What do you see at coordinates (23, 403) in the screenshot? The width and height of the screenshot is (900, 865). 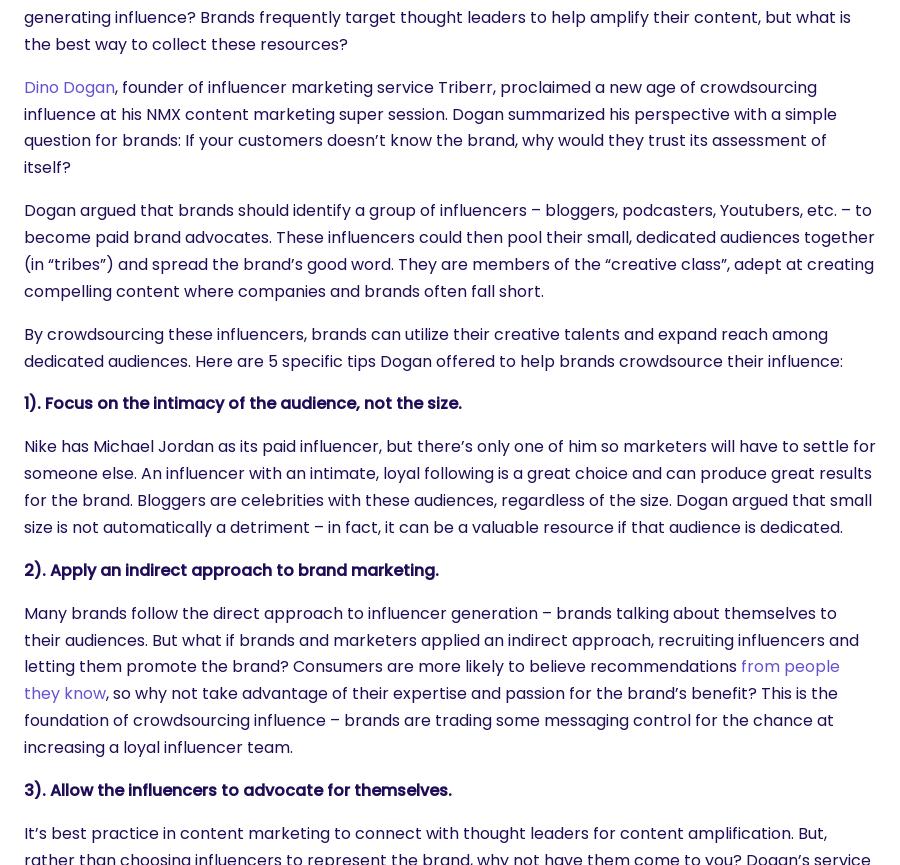 I see `'1). Focus on the intimacy of the audience, not the size.'` at bounding box center [23, 403].